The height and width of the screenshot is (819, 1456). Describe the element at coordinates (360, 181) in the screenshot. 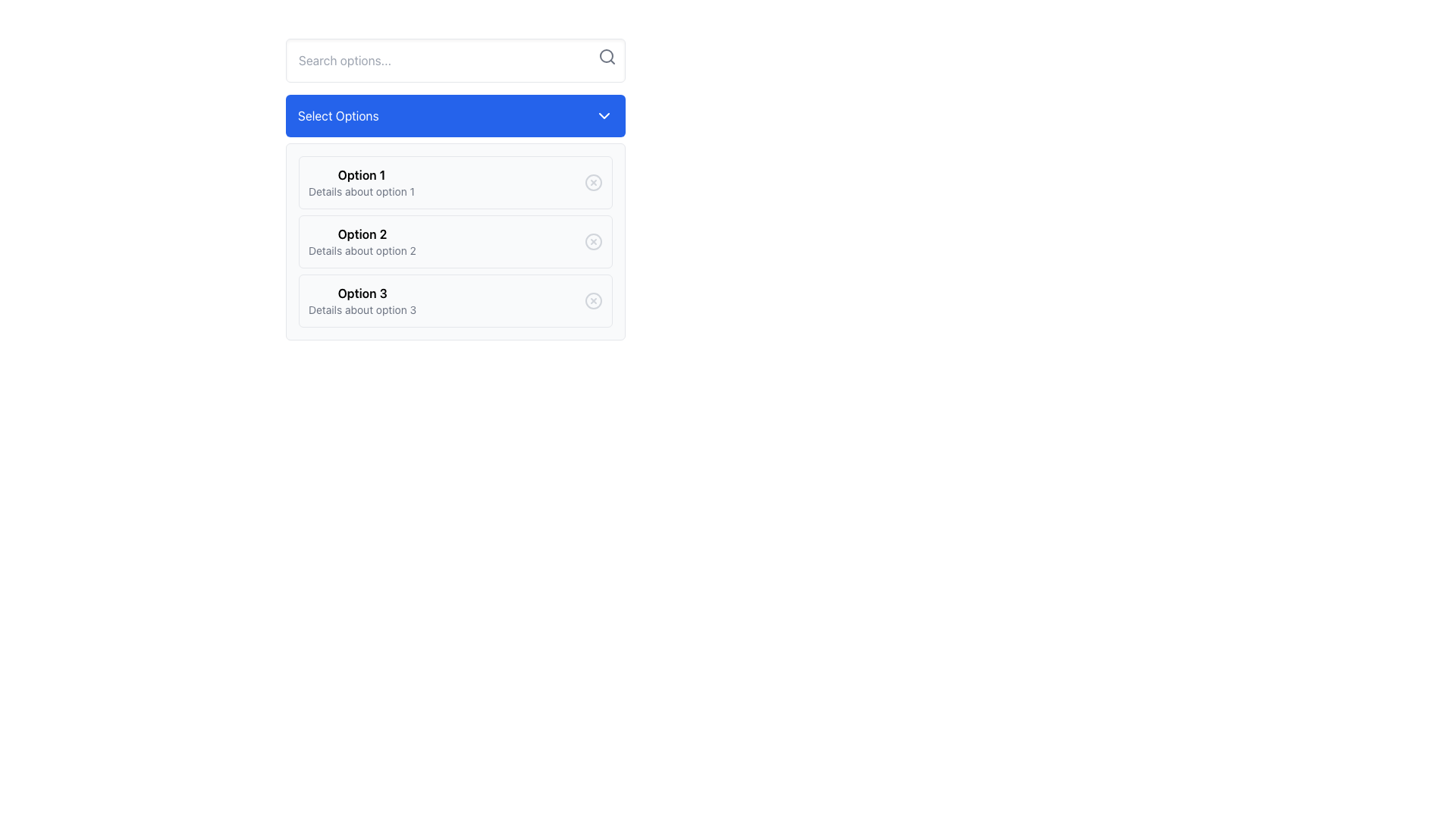

I see `the first selectable list option labeled 'Option 1'` at that location.